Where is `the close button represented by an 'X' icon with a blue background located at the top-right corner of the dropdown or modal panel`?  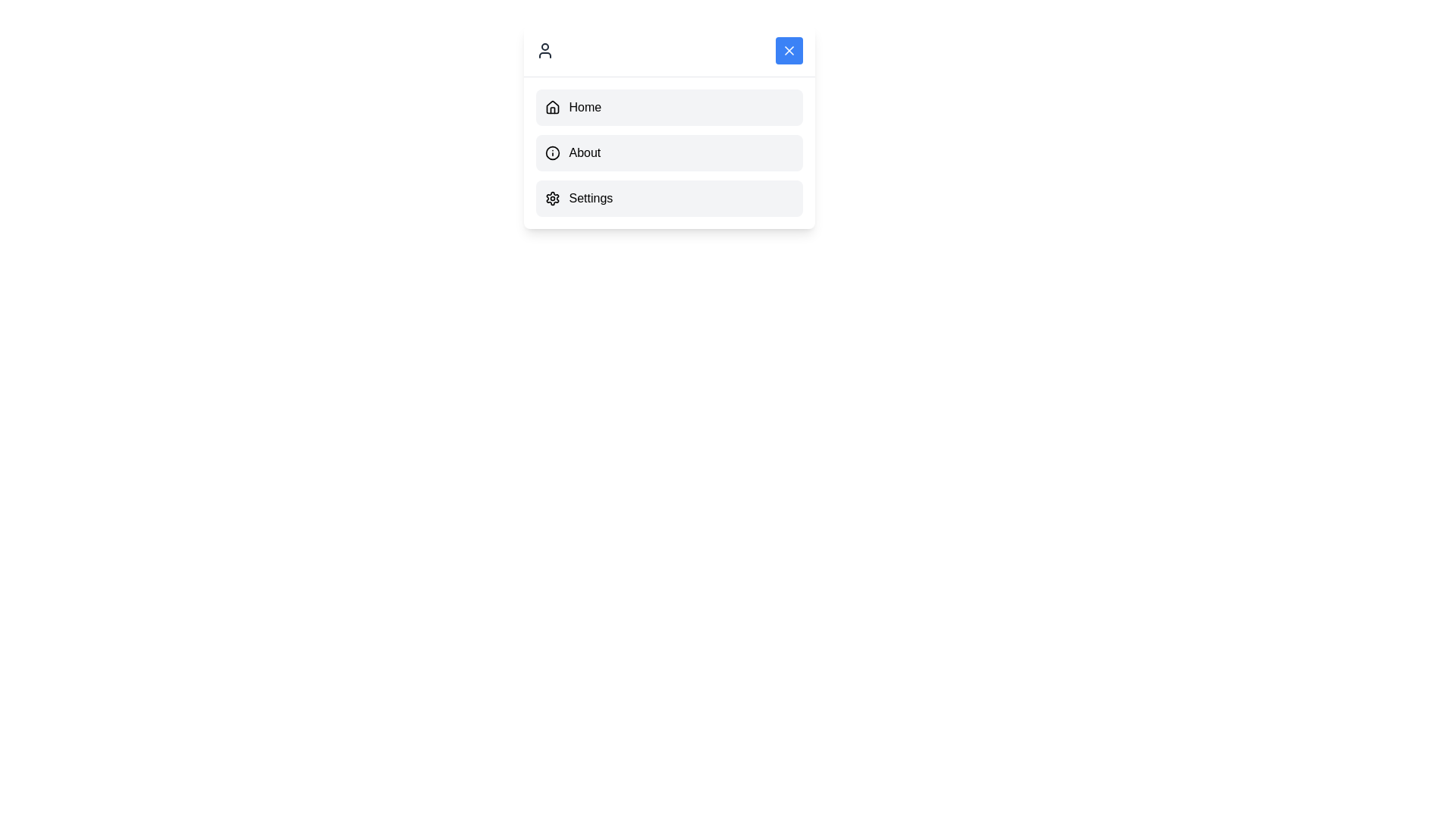 the close button represented by an 'X' icon with a blue background located at the top-right corner of the dropdown or modal panel is located at coordinates (789, 49).